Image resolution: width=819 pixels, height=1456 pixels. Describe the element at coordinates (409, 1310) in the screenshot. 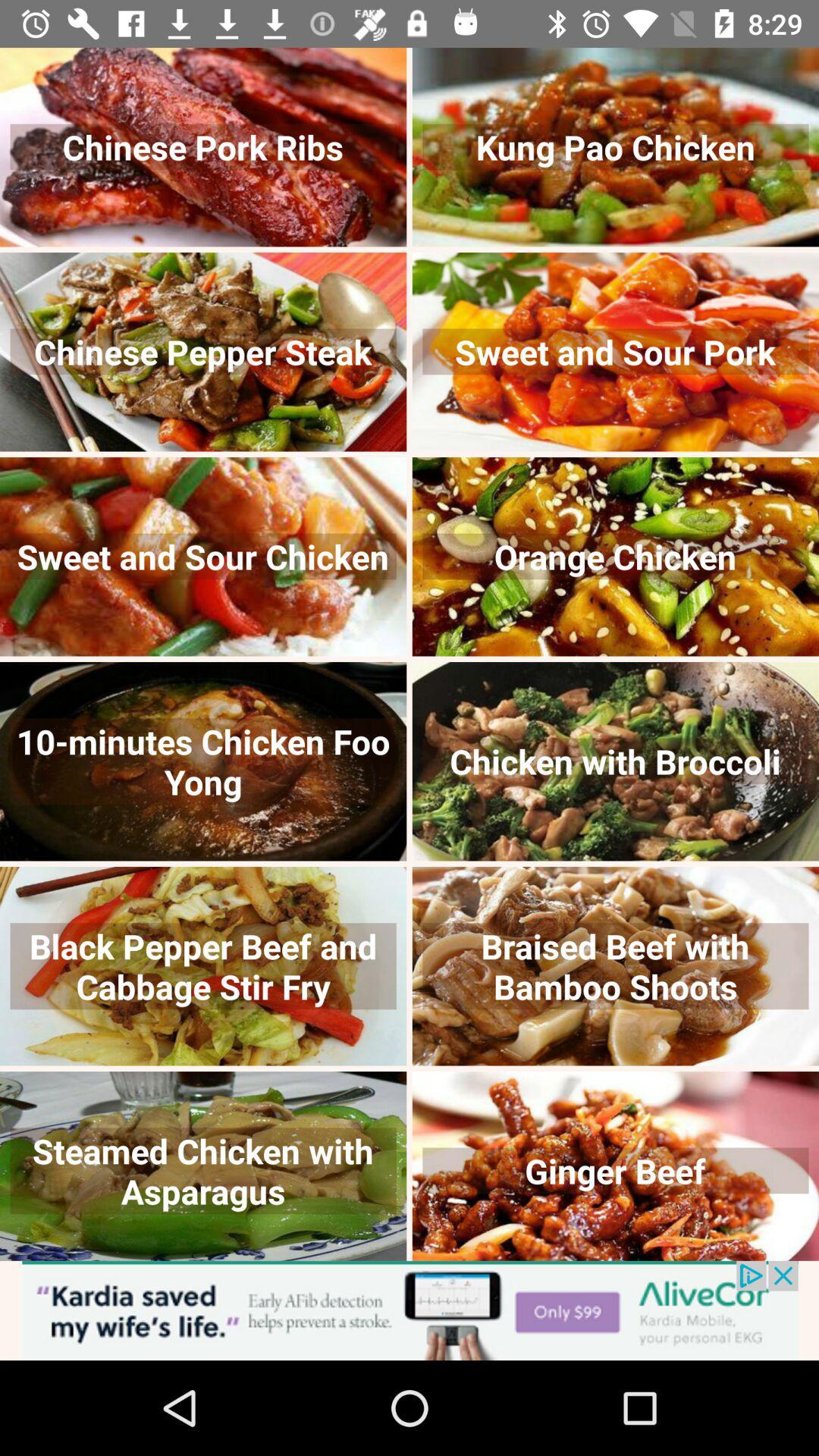

I see `click advertisement` at that location.